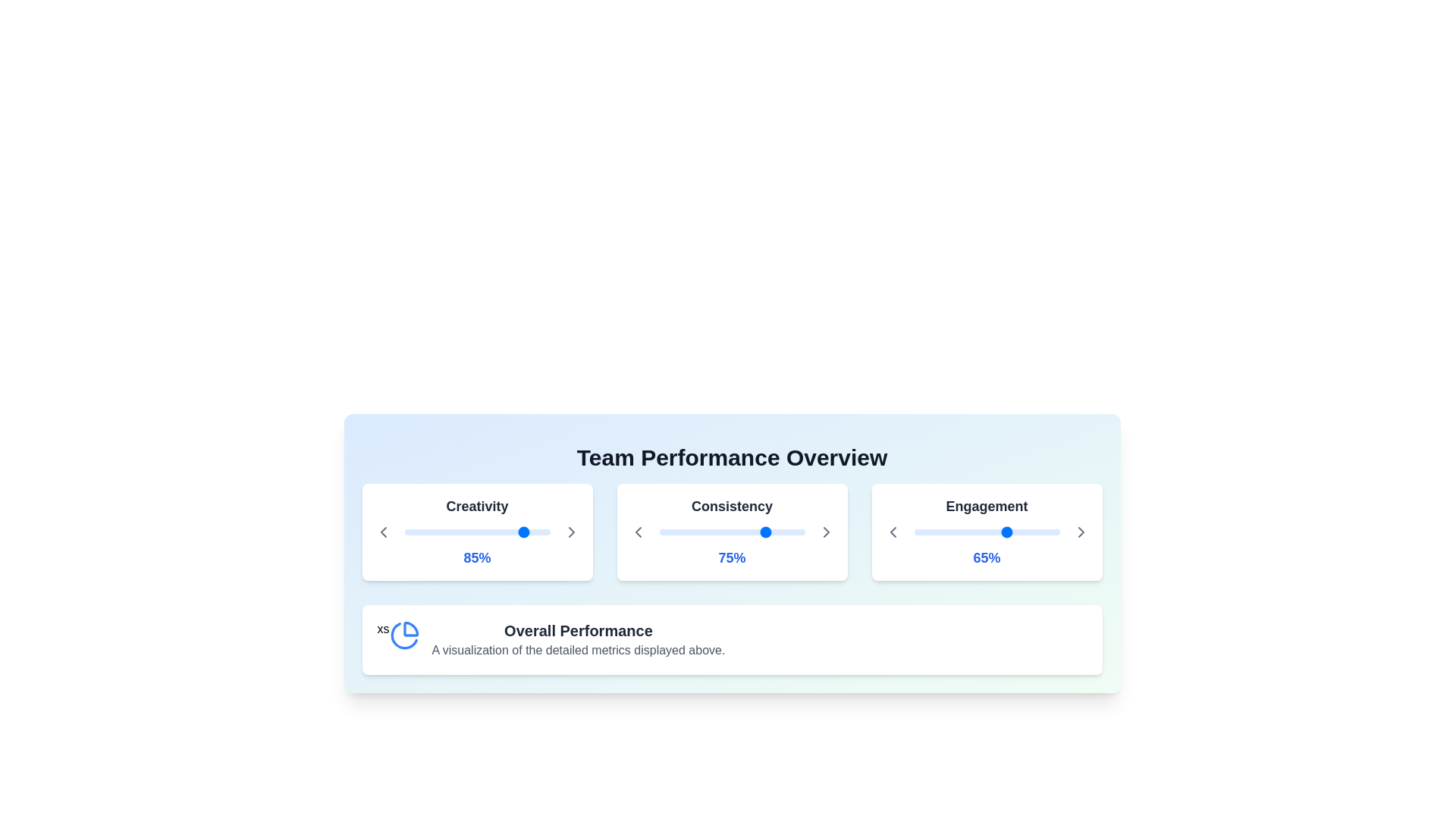  What do you see at coordinates (476, 509) in the screenshot?
I see `the static text label displaying the title 'Creativity', which is a bold black font and serves as the header for the first column in a card-like component` at bounding box center [476, 509].